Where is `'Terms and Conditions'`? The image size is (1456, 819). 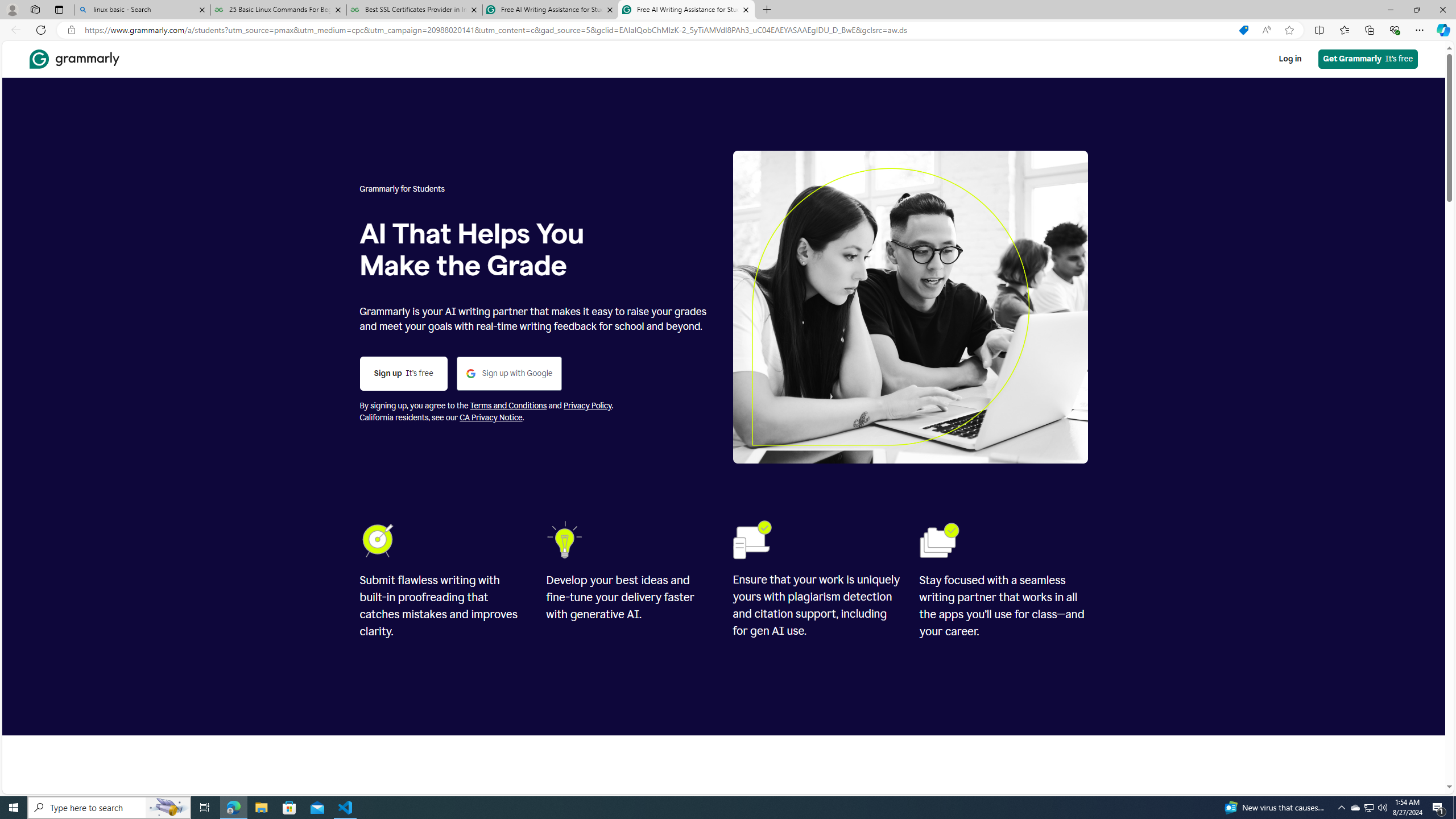
'Terms and Conditions' is located at coordinates (508, 406).